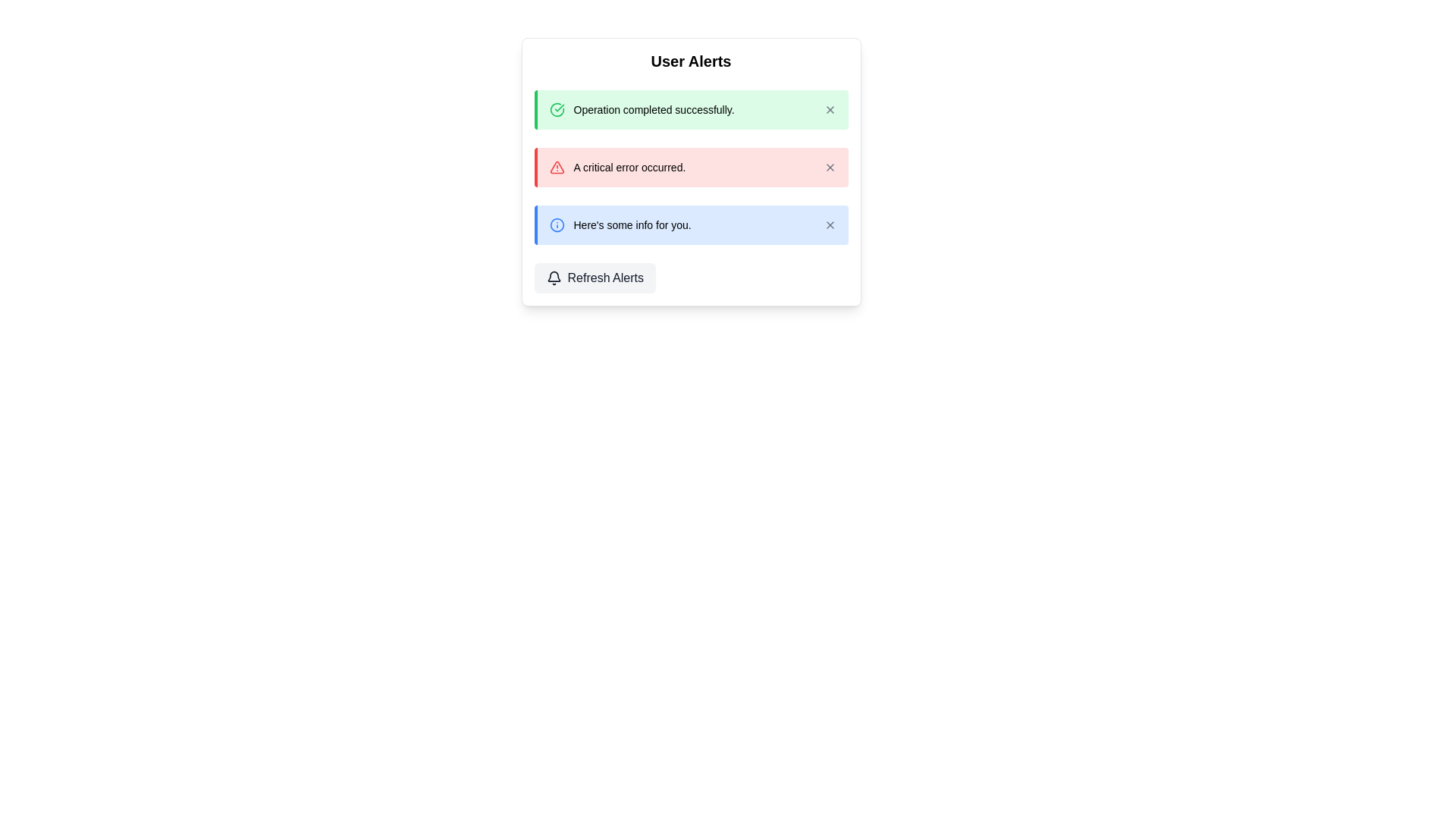 This screenshot has height=819, width=1456. I want to click on the small blue circular Informational icon with an information symbol, located at the beginning of the notification card that says 'Here's some info for you.', so click(556, 225).